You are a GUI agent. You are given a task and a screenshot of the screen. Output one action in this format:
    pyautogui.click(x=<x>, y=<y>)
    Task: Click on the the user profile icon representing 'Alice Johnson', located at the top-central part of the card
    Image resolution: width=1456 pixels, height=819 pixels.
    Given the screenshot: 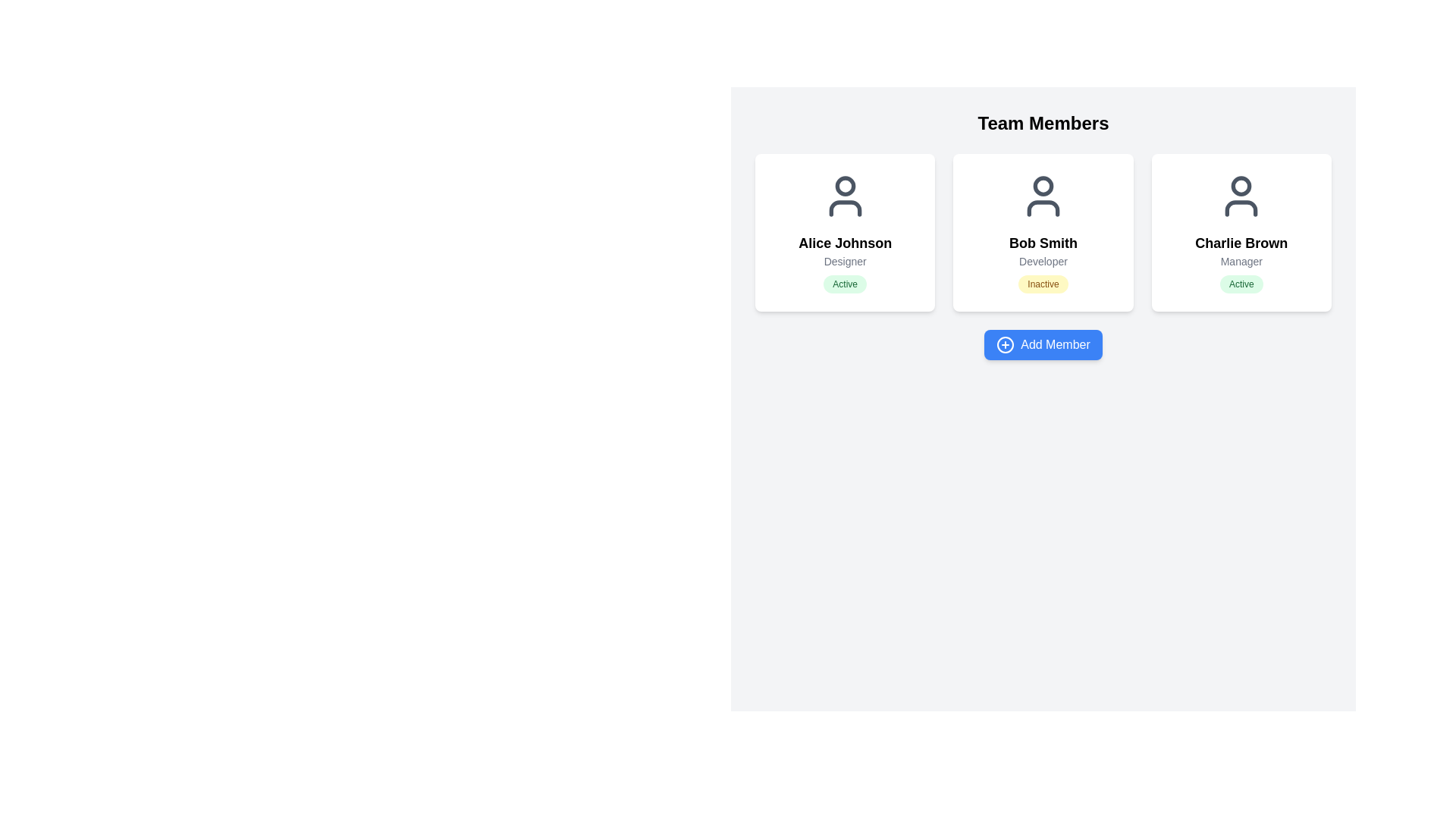 What is the action you would take?
    pyautogui.click(x=844, y=195)
    